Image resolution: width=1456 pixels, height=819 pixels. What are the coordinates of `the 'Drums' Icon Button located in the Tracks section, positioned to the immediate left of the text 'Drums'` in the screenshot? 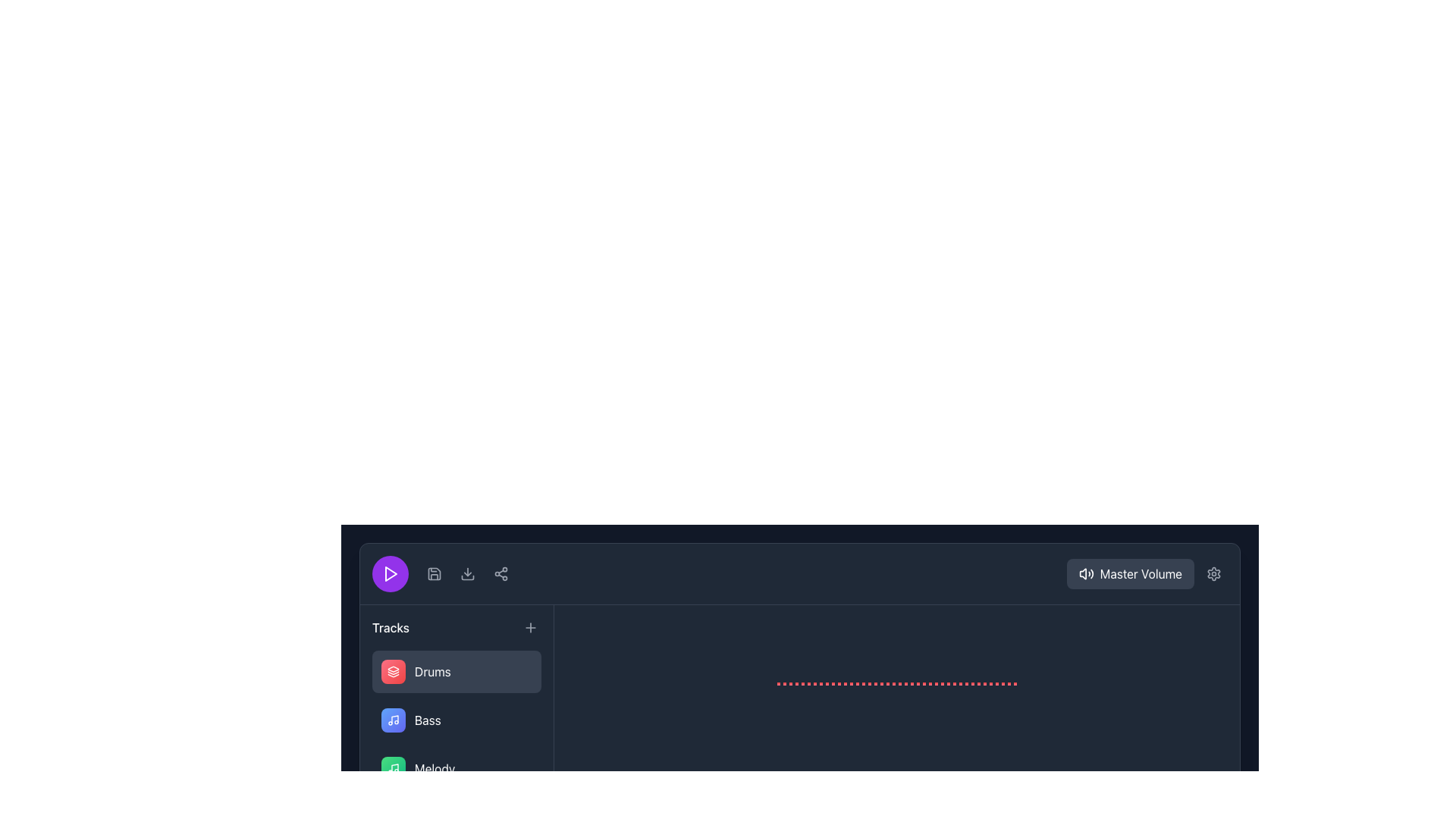 It's located at (393, 671).